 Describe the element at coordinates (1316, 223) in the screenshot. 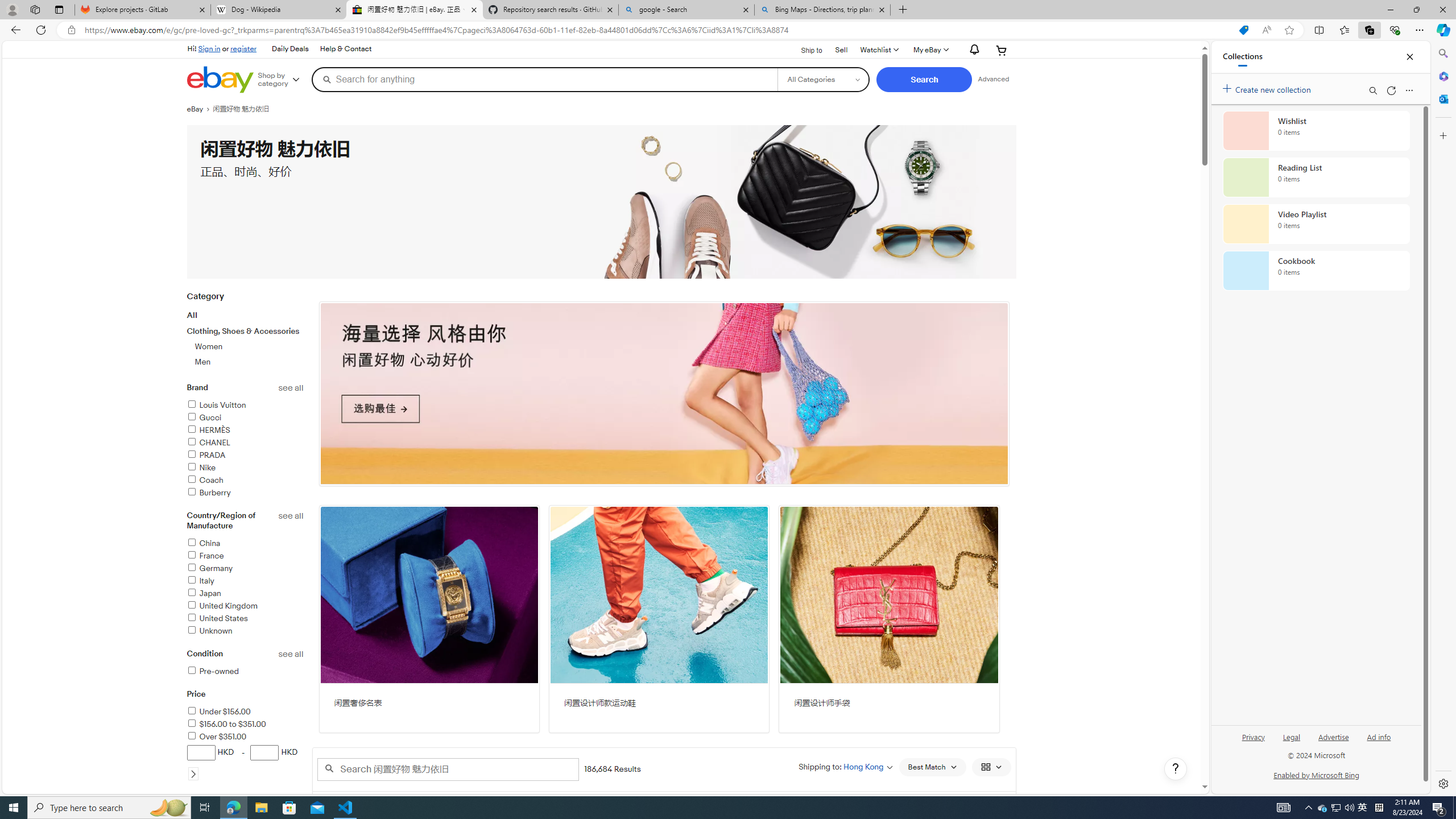

I see `'Video Playlist collection, 0 items'` at that location.